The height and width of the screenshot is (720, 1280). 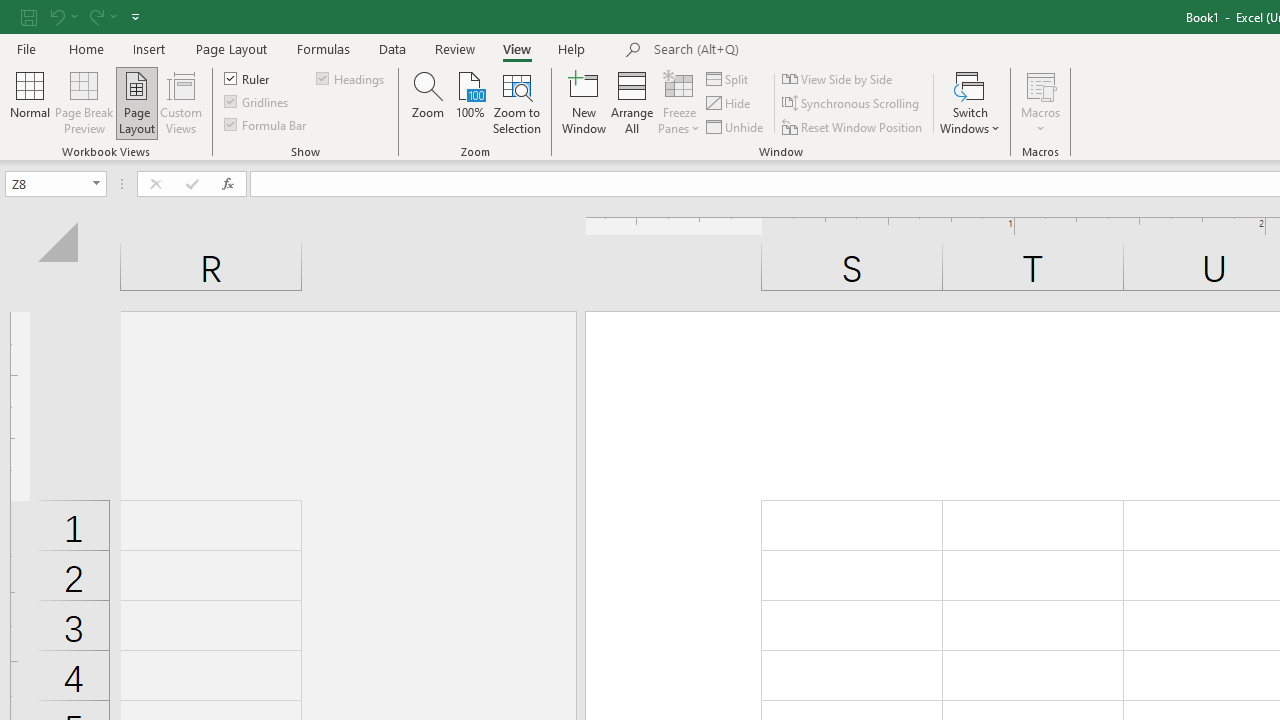 What do you see at coordinates (469, 103) in the screenshot?
I see `'100%'` at bounding box center [469, 103].